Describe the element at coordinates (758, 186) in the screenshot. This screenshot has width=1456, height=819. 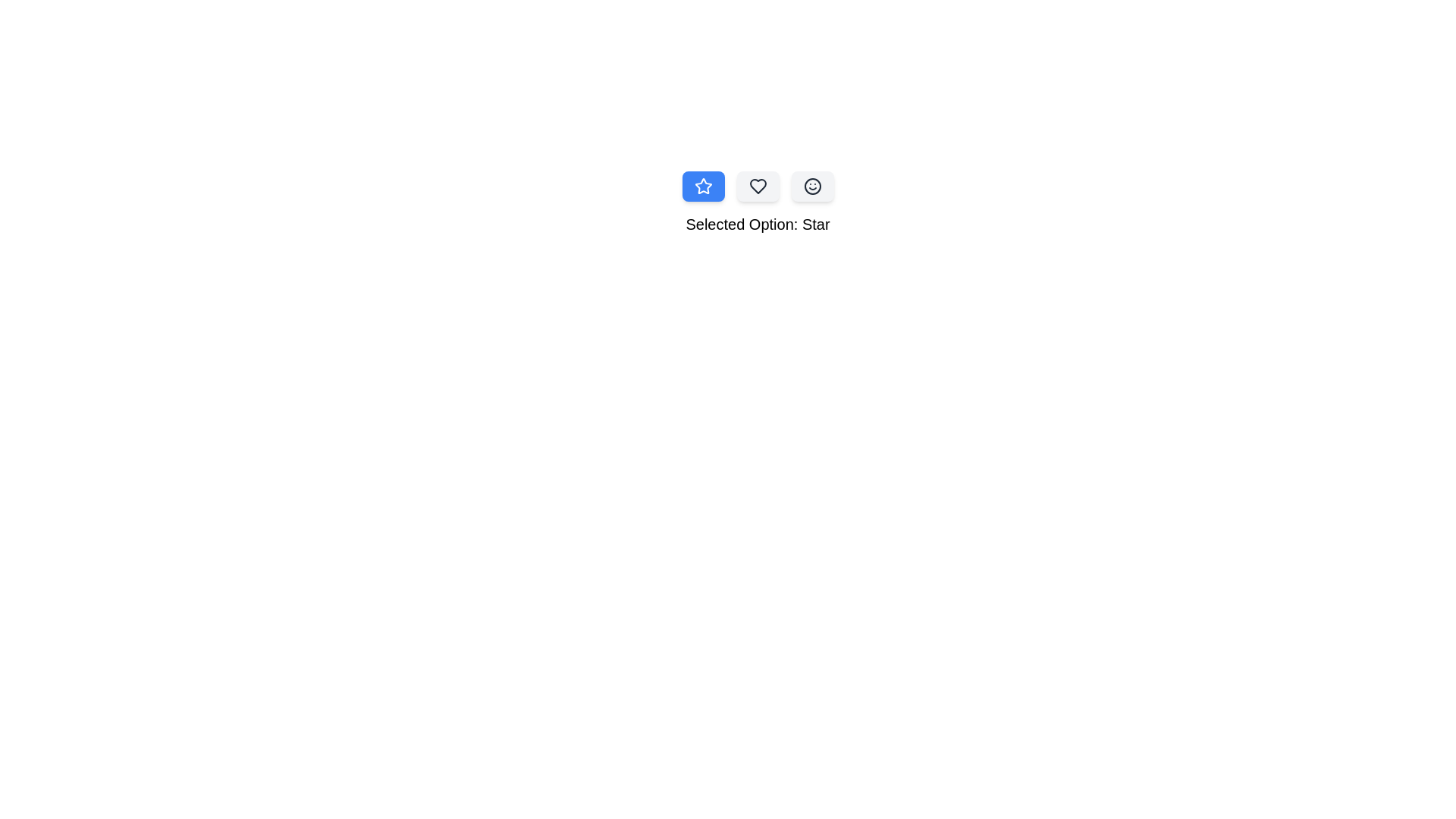
I see `the button corresponding to Heart` at that location.